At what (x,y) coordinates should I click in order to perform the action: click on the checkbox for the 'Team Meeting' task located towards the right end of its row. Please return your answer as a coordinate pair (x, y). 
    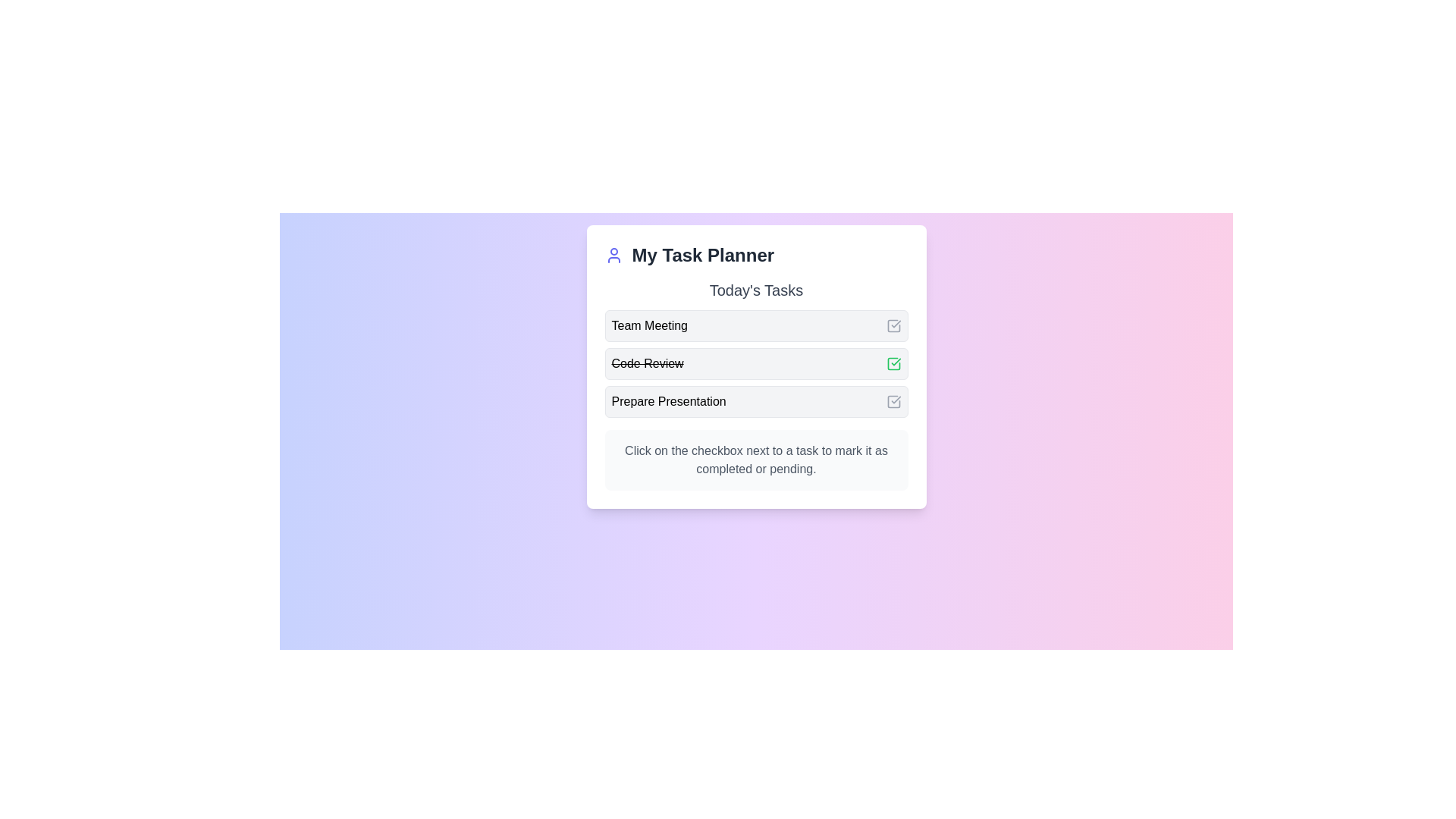
    Looking at the image, I should click on (893, 325).